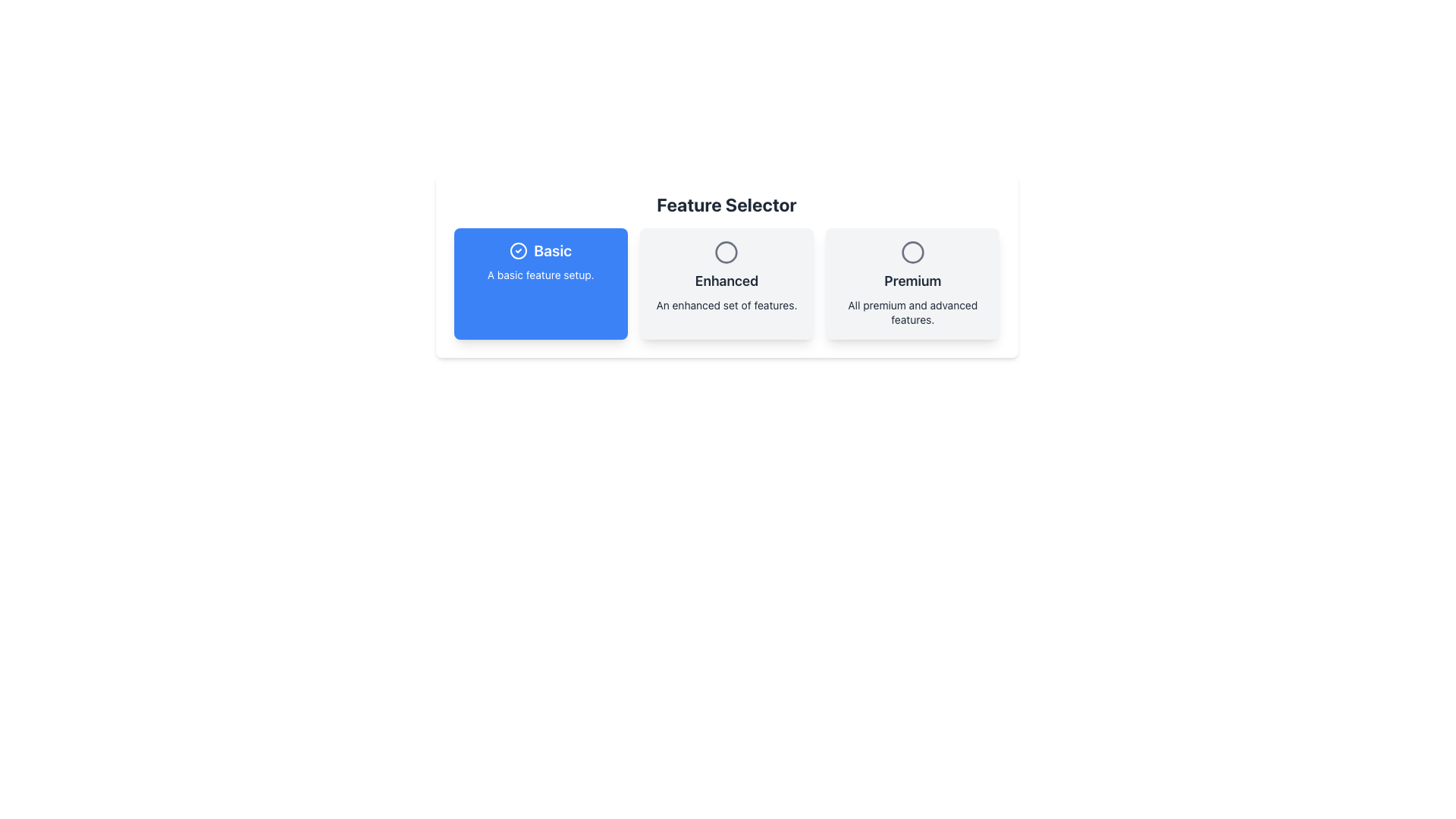 This screenshot has width=1456, height=819. Describe the element at coordinates (552, 250) in the screenshot. I see `the Text Label that indicates the 'Basic' selection option, which is centrally located within the blue card labeled 'Basic'` at that location.